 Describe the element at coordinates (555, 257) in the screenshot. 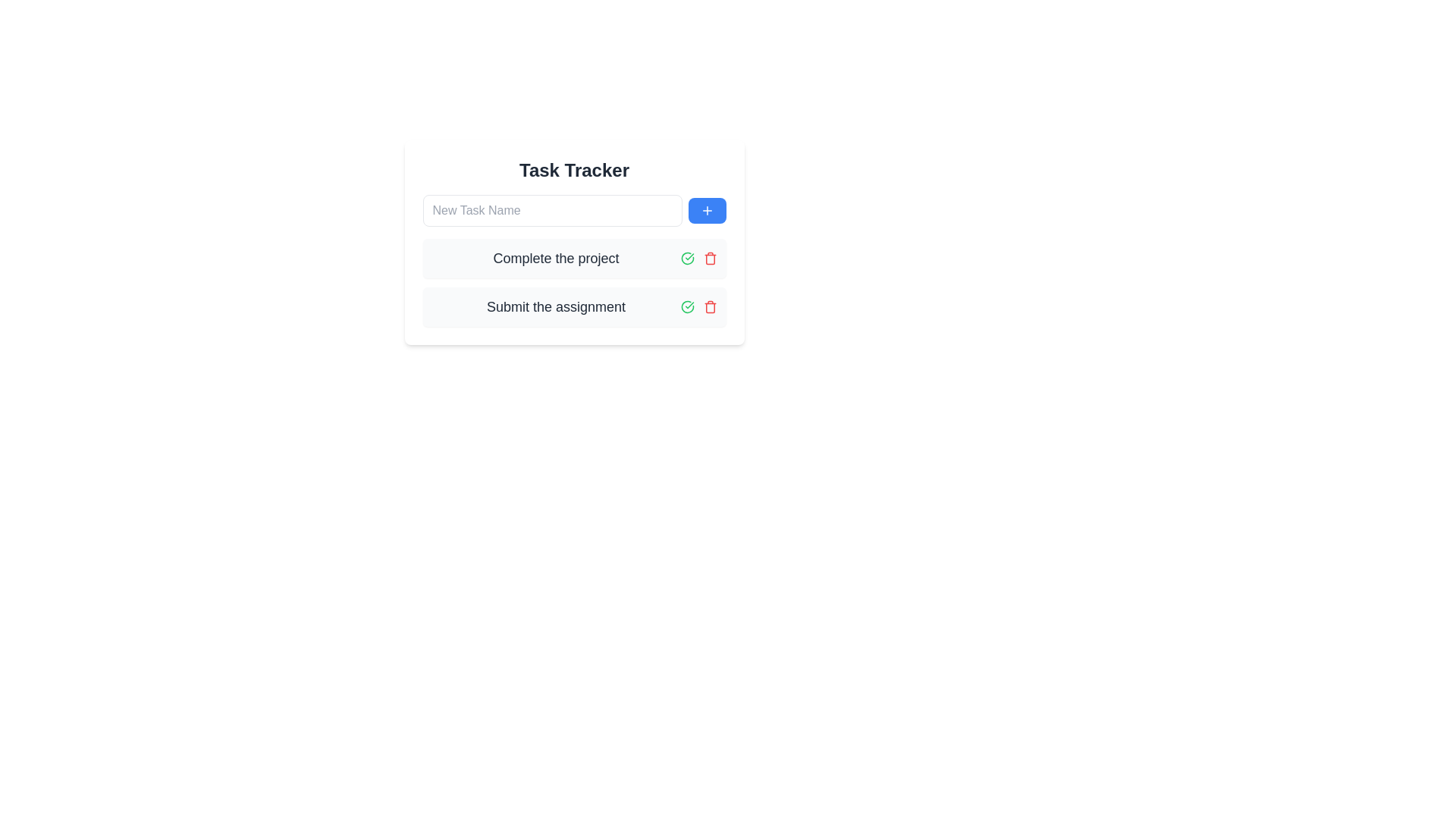

I see `the static text label displaying the title or description of the first task entry in the task management interface` at that location.